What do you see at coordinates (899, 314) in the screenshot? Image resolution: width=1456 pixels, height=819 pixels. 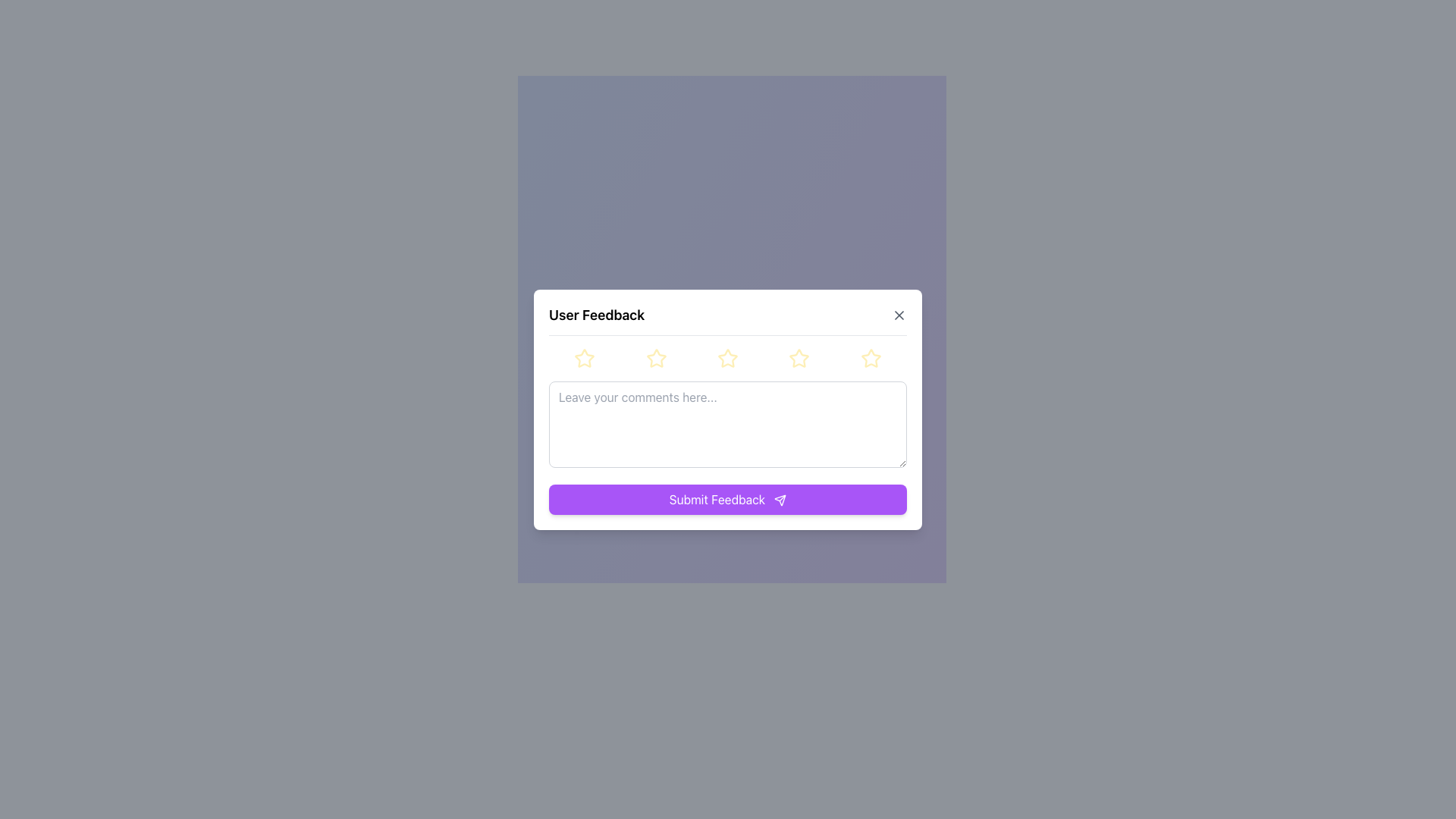 I see `the 'X' icon close button located at the top-right corner of the 'User Feedback' card` at bounding box center [899, 314].